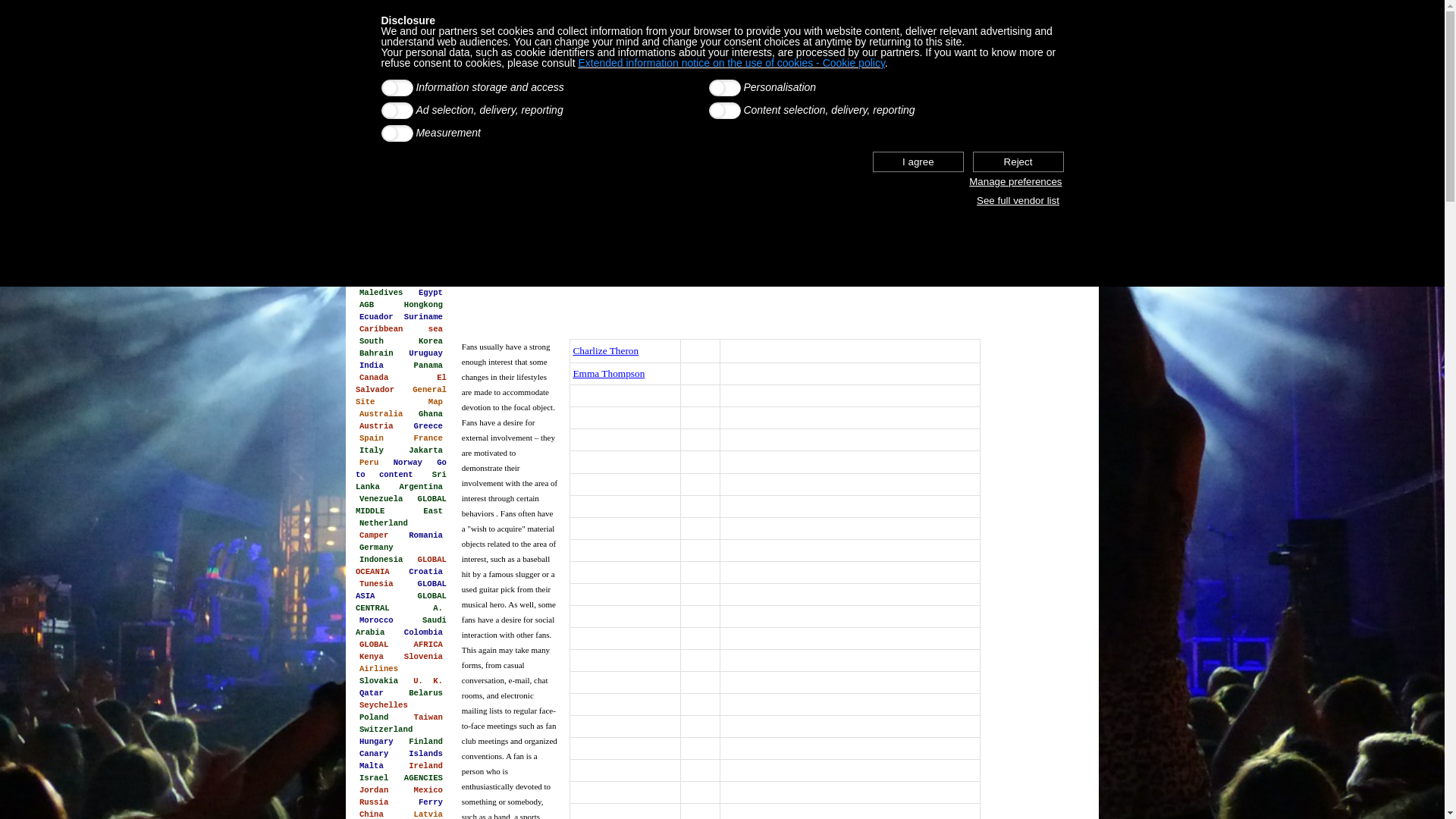 The image size is (1456, 819). Describe the element at coordinates (400, 626) in the screenshot. I see `'Saudi Arabia'` at that location.